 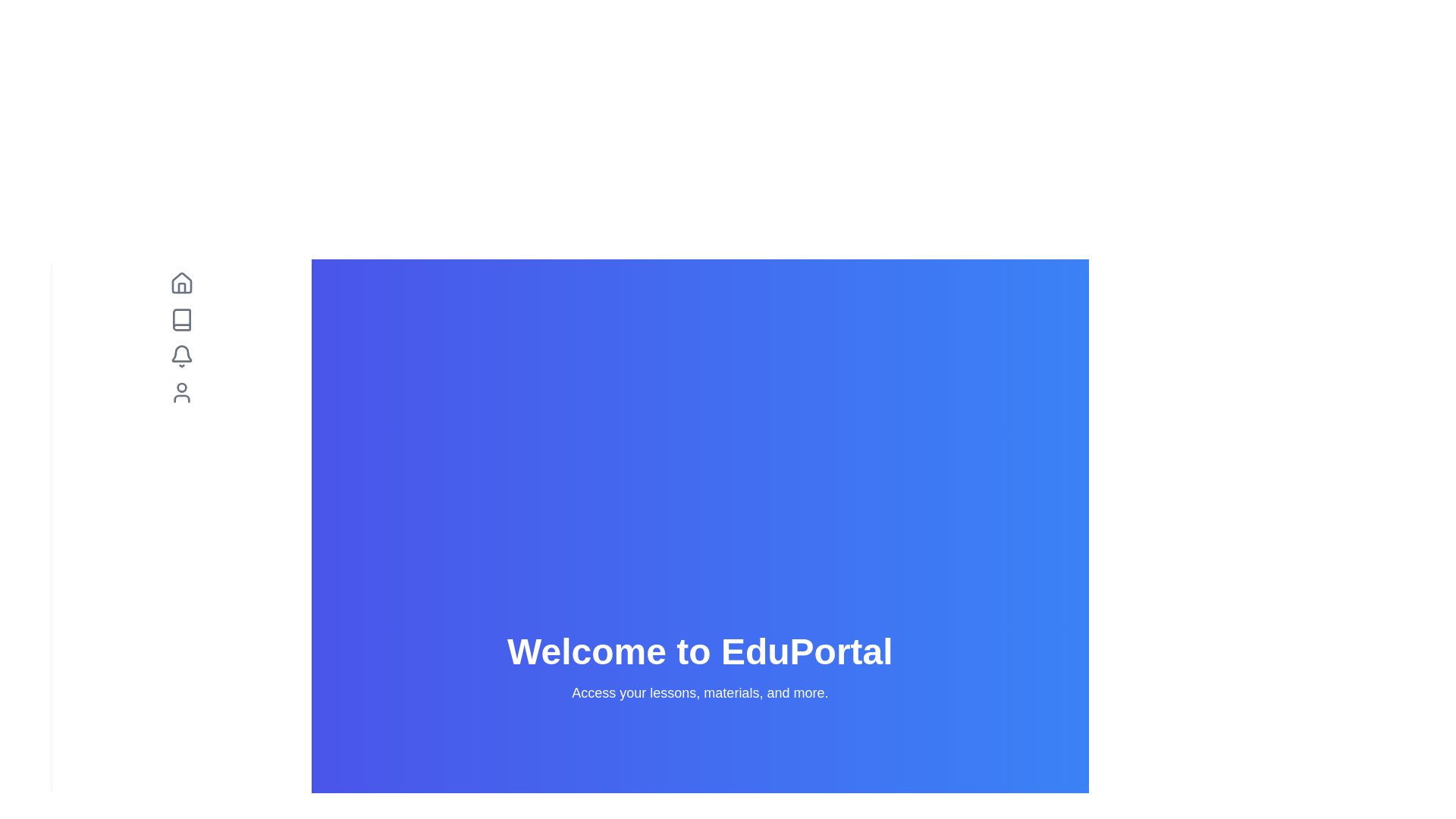 I want to click on the bell navigation icon, so click(x=181, y=356).